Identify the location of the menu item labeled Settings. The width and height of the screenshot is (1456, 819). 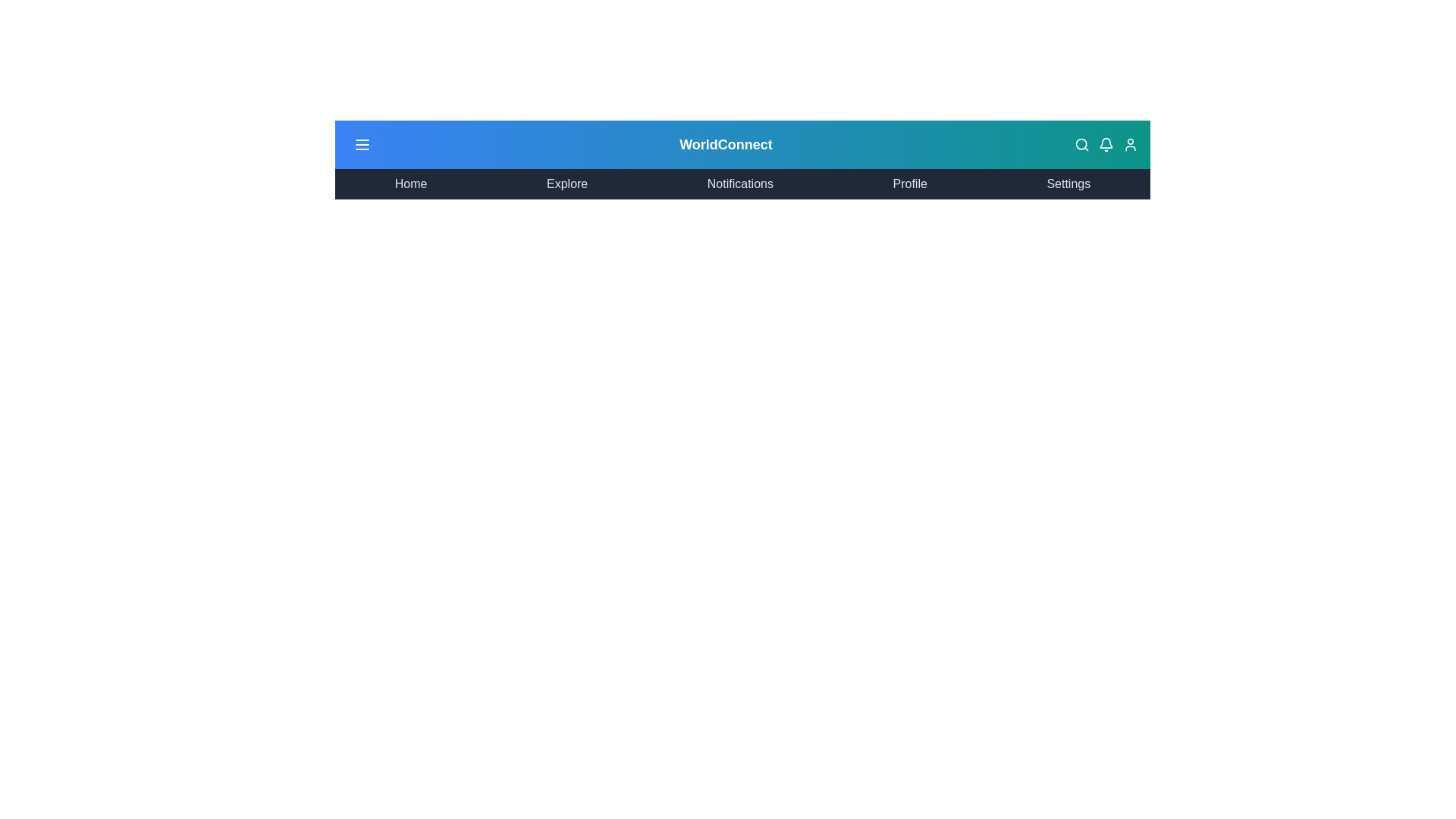
(1068, 184).